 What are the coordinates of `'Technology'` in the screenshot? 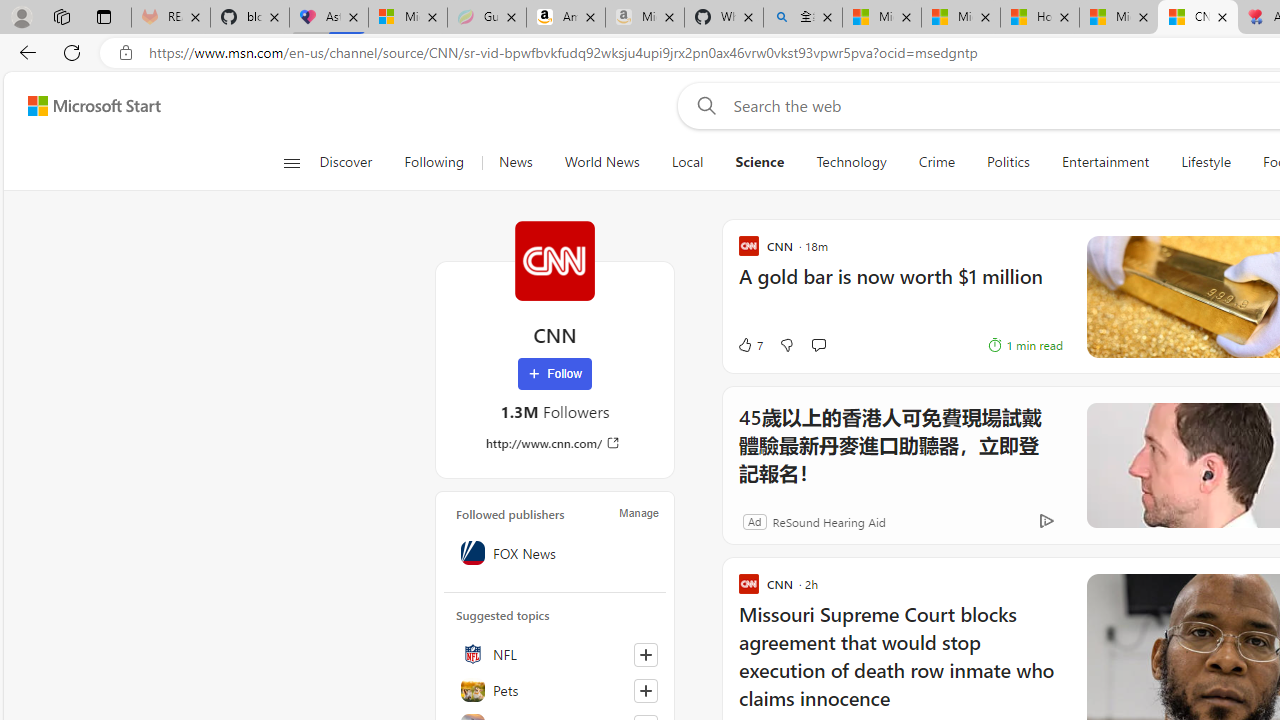 It's located at (851, 162).